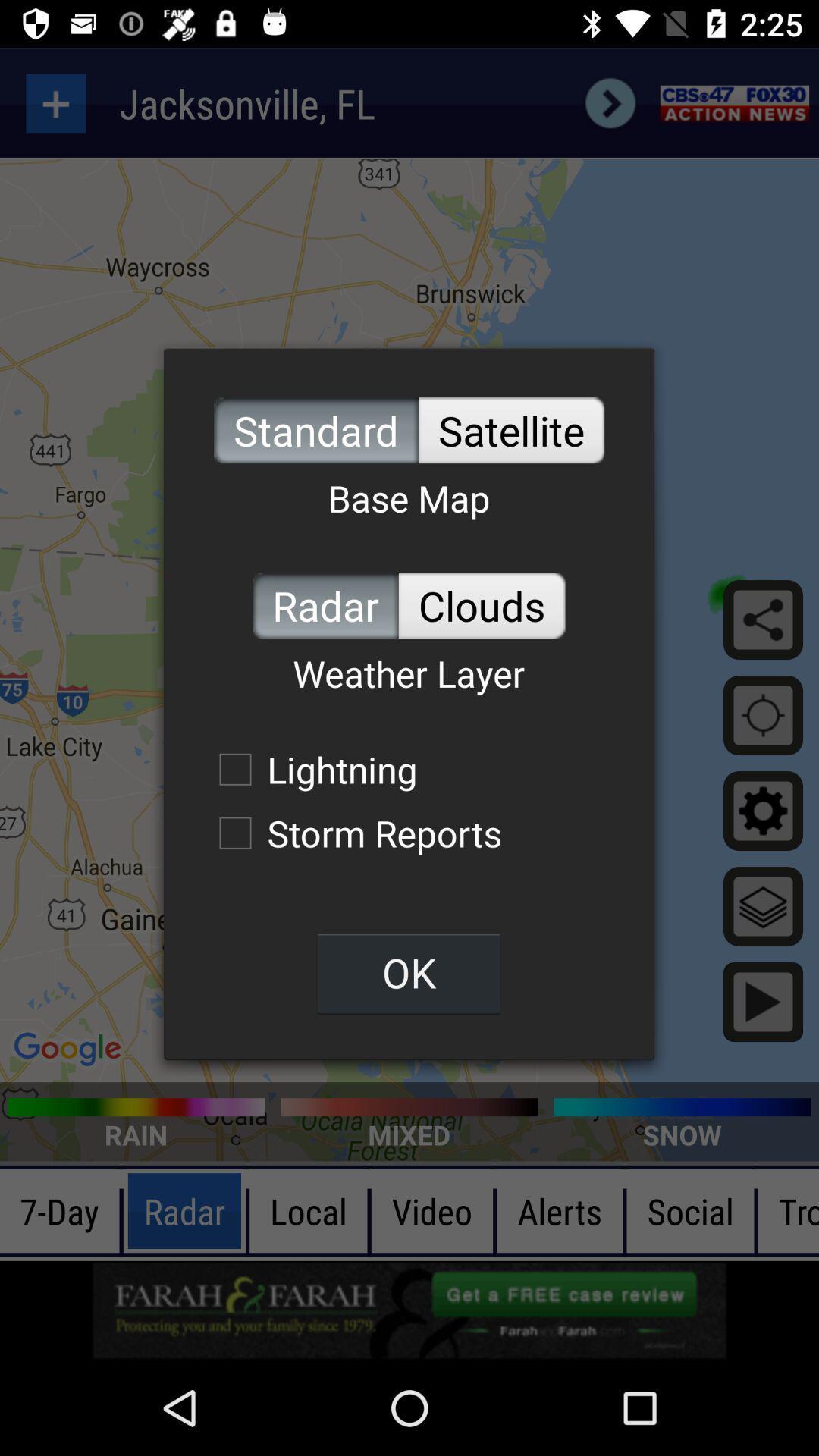 Image resolution: width=819 pixels, height=1456 pixels. Describe the element at coordinates (353, 832) in the screenshot. I see `storm reports` at that location.